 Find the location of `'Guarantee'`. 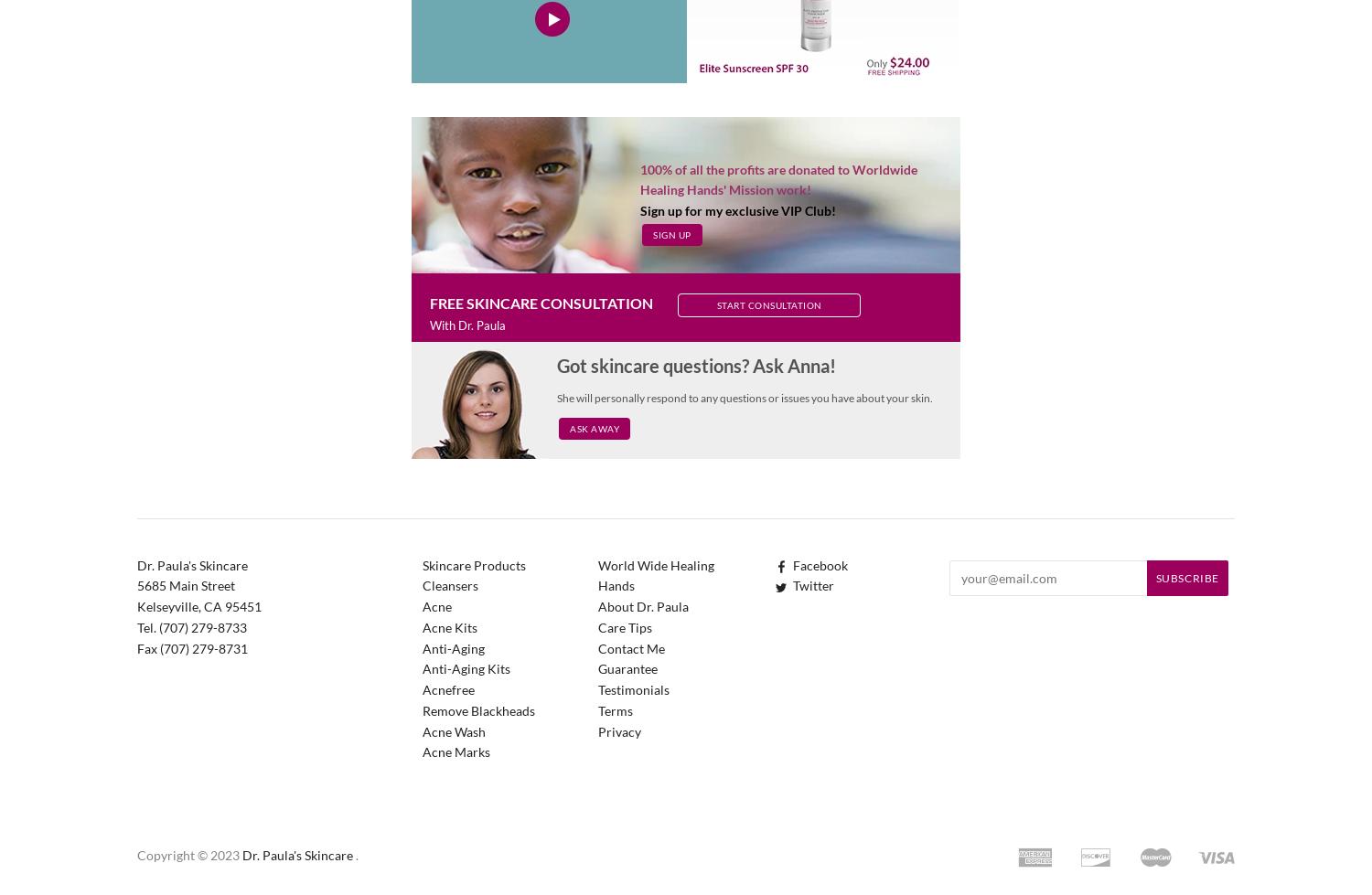

'Guarantee' is located at coordinates (627, 667).